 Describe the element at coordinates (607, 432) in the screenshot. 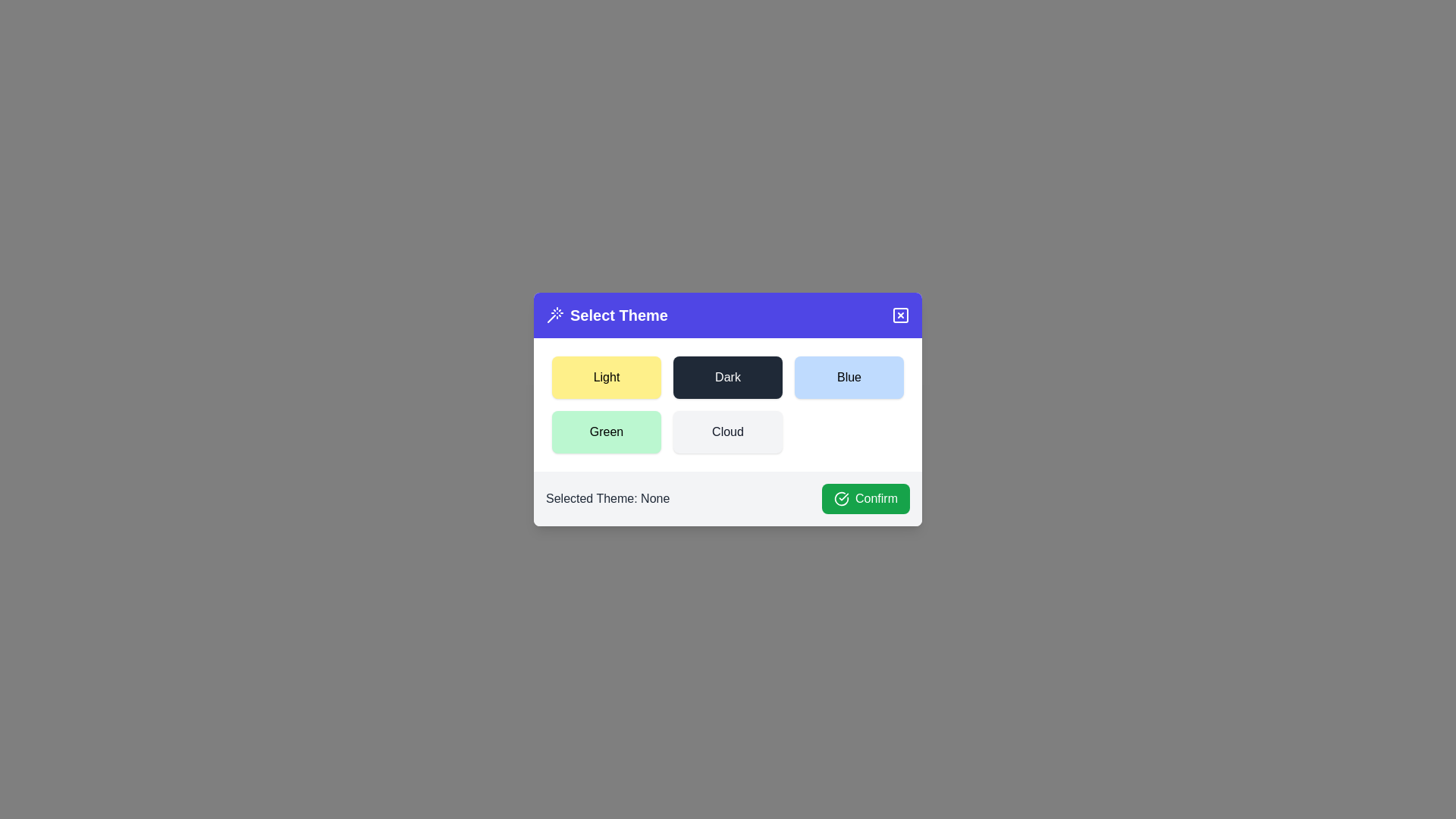

I see `the theme Green from the available options` at that location.